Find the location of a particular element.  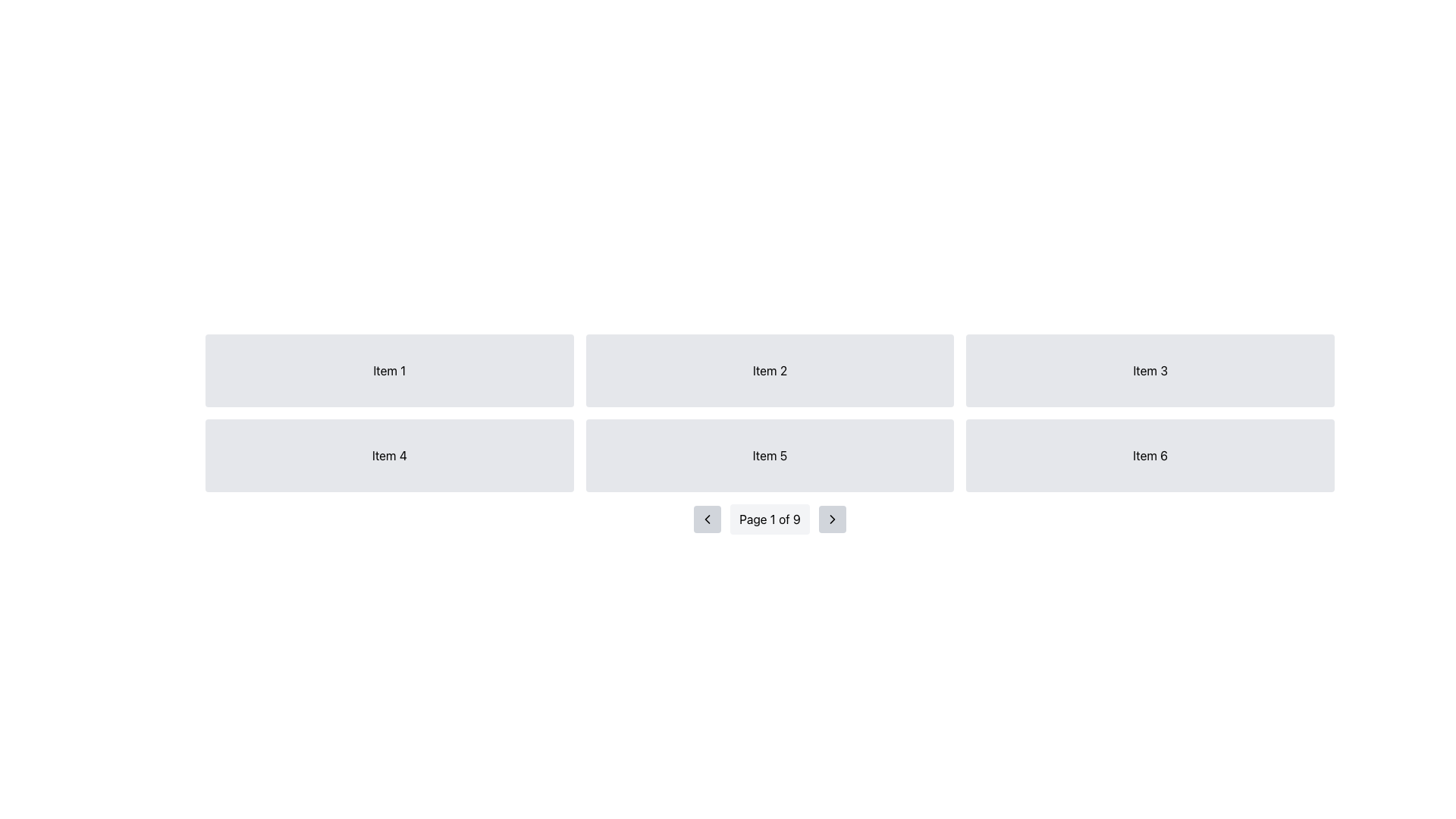

the left chevron navigation icon is located at coordinates (707, 519).